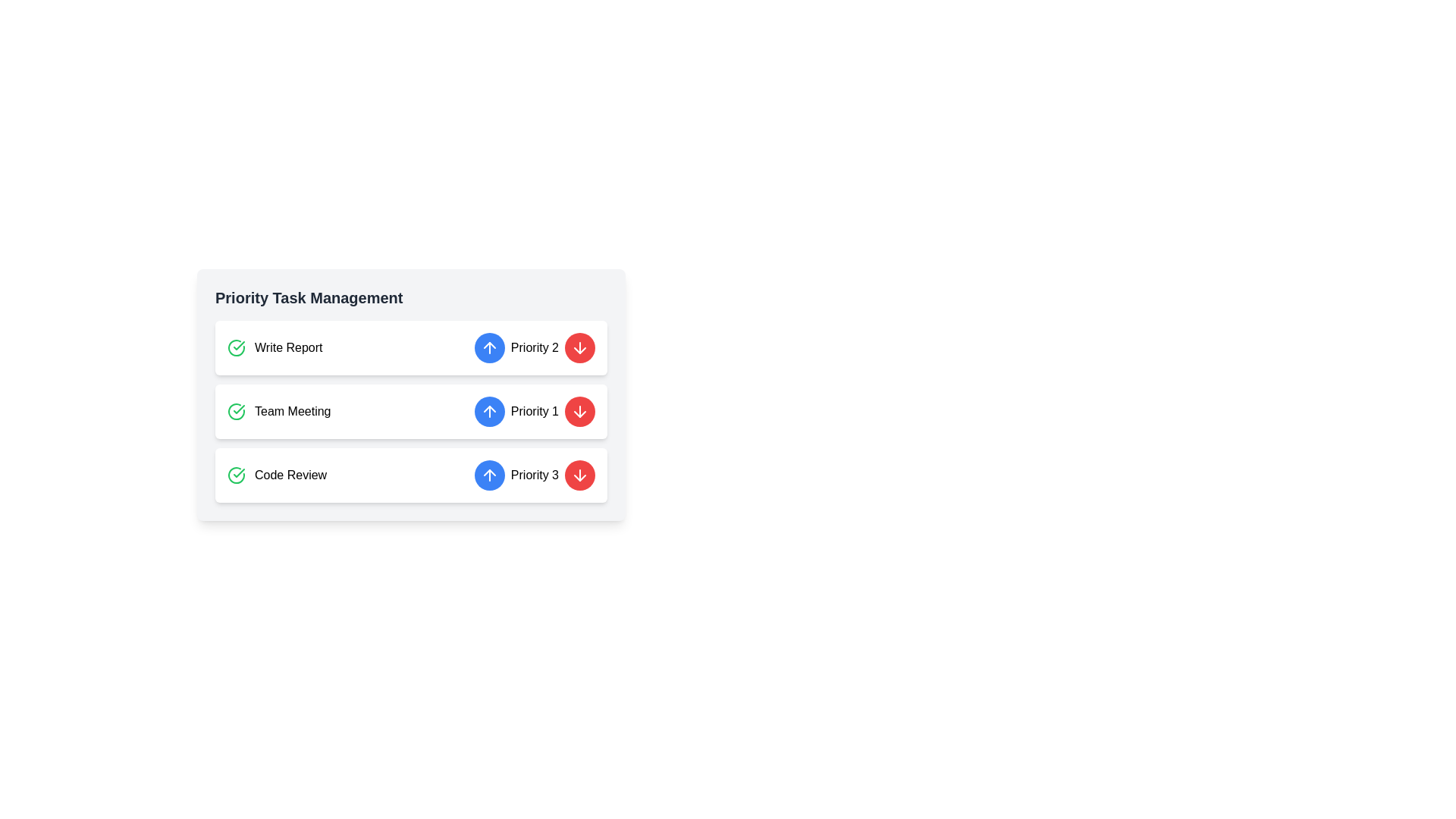 Image resolution: width=1456 pixels, height=819 pixels. What do you see at coordinates (535, 475) in the screenshot?
I see `the static text label that displays 'Priority 3', located between a blue circular button with an upward arrow and a red circular button with a downward arrow in the third item of a vertical task list` at bounding box center [535, 475].